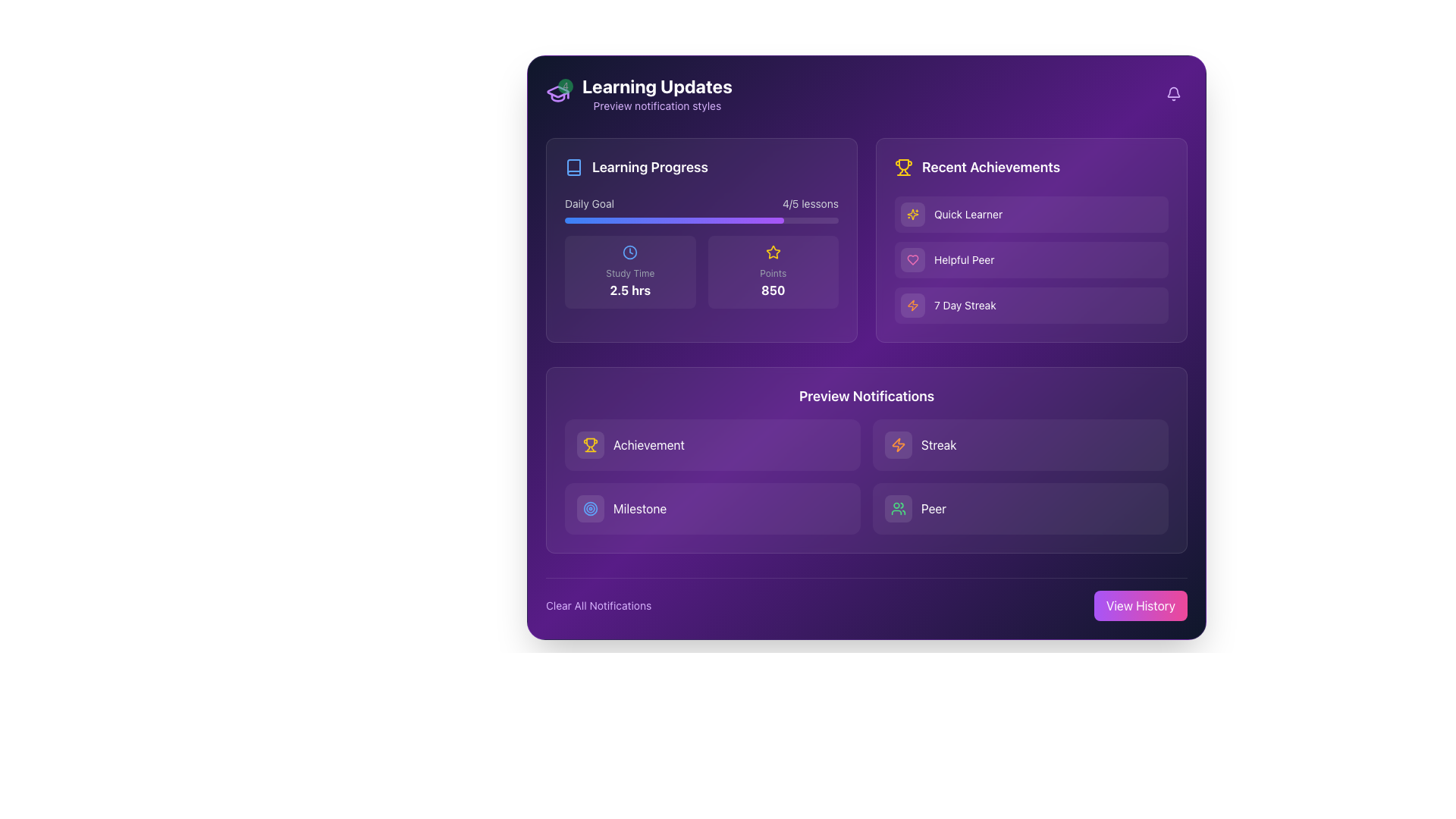 The height and width of the screenshot is (819, 1456). Describe the element at coordinates (712, 509) in the screenshot. I see `the interactive notification preview button labeled 'Milestone' located in the bottom-left quadrant of the grid layout` at that location.